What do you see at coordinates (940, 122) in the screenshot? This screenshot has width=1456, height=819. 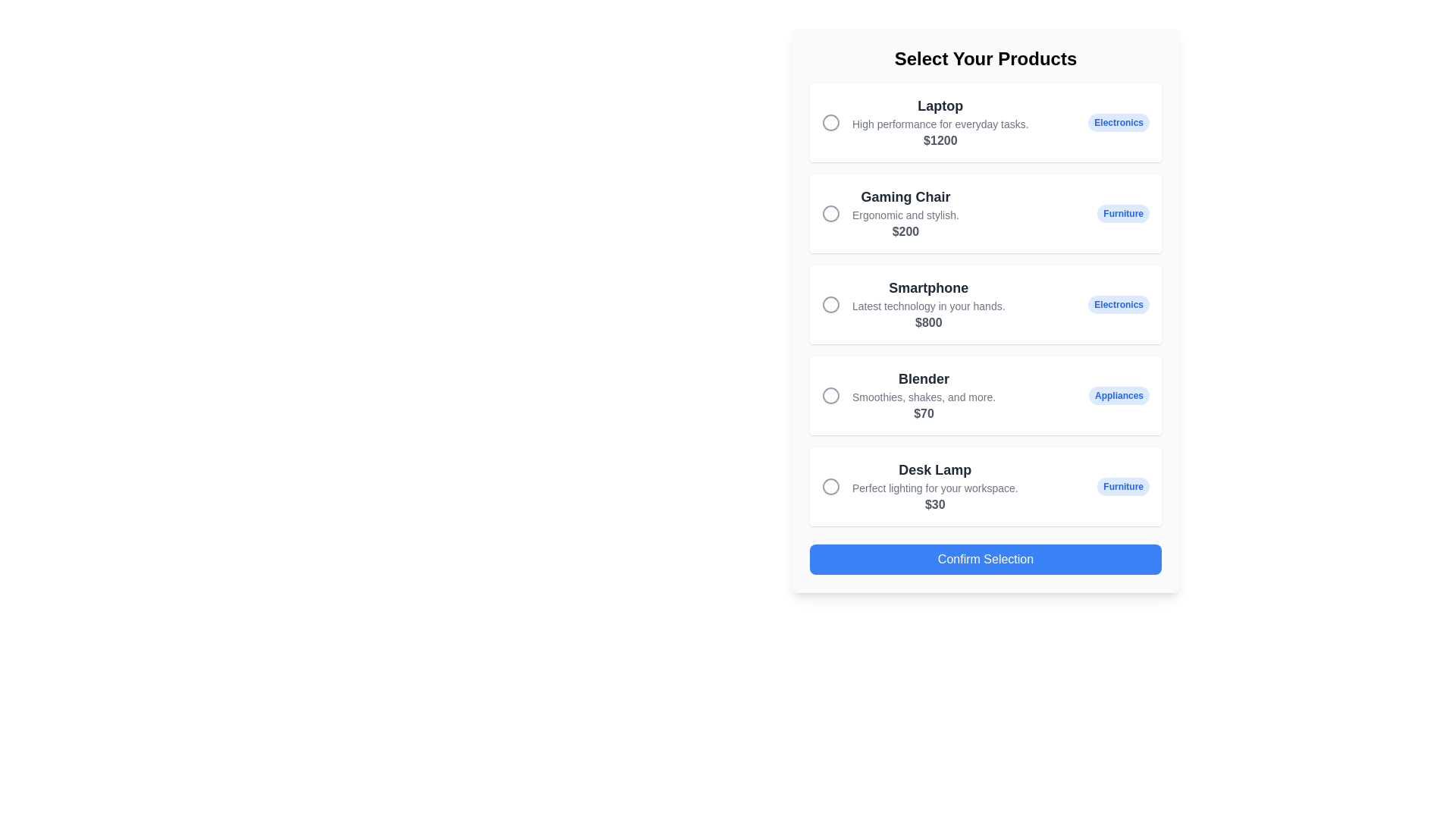 I see `the Text Block displaying the title 'Laptop', which includes a description and price, positioned as the first item in the product list` at bounding box center [940, 122].